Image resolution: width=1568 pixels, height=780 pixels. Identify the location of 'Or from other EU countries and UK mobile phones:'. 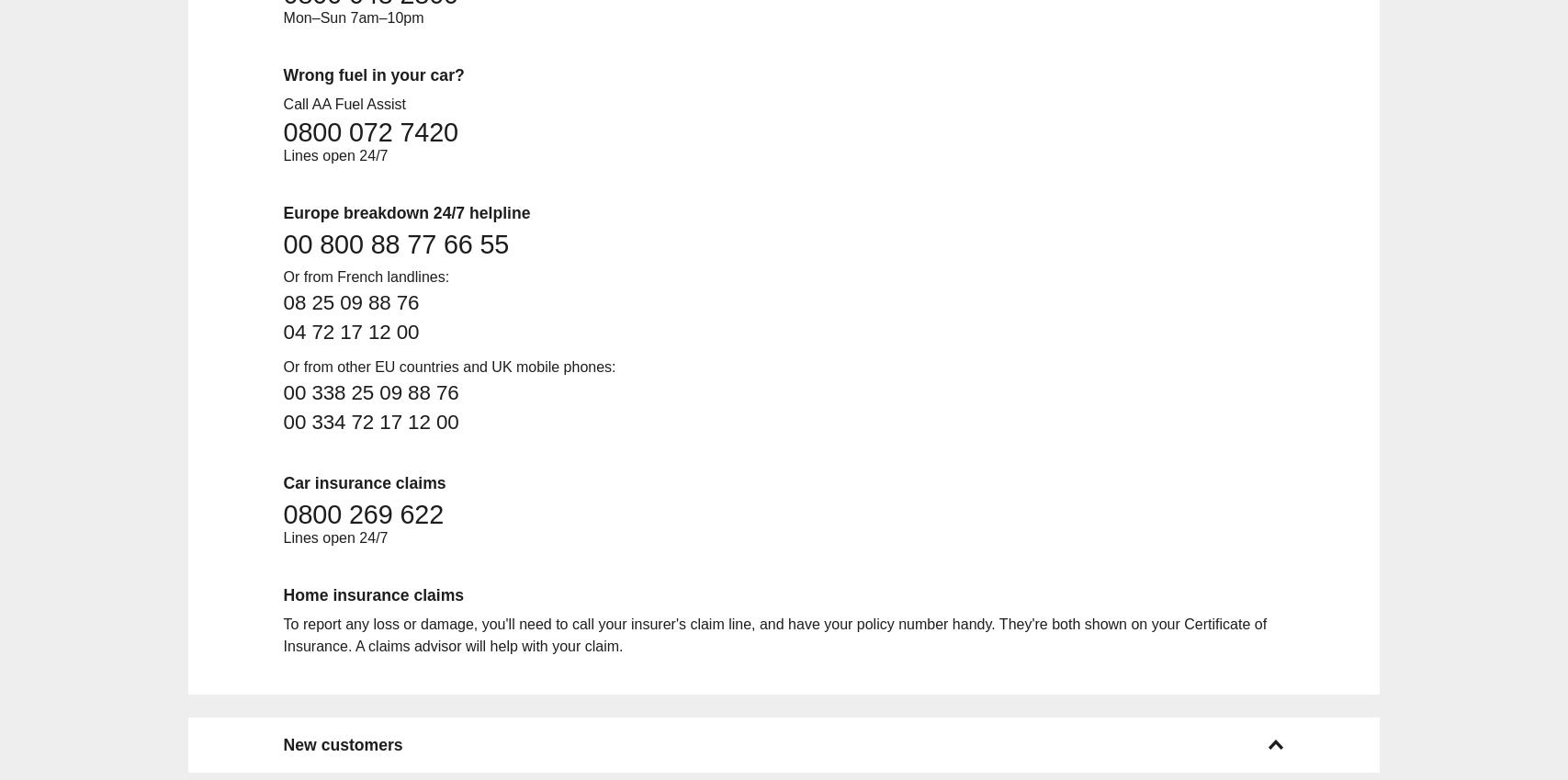
(282, 365).